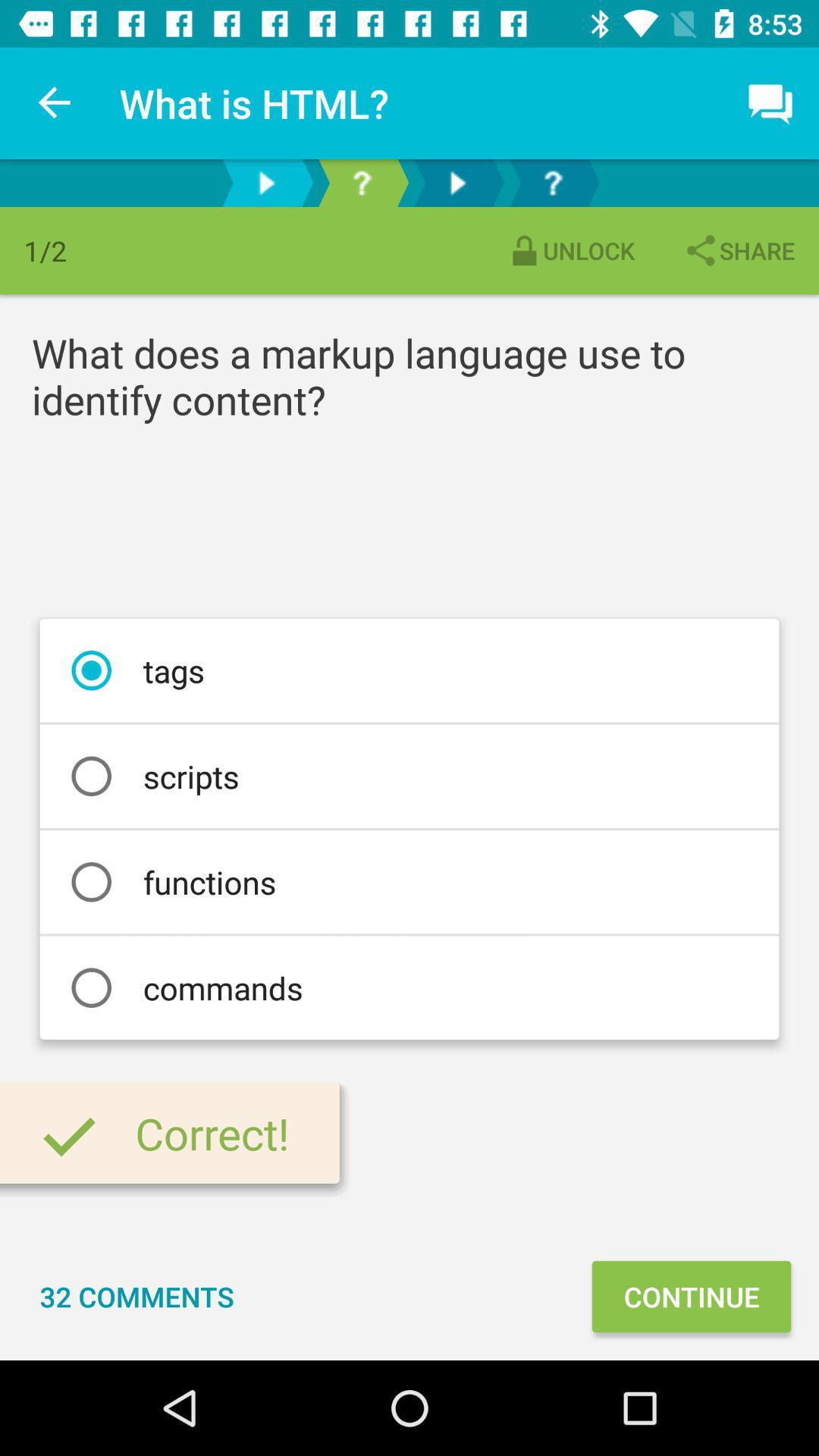  I want to click on icon to the right of unlock, so click(738, 250).